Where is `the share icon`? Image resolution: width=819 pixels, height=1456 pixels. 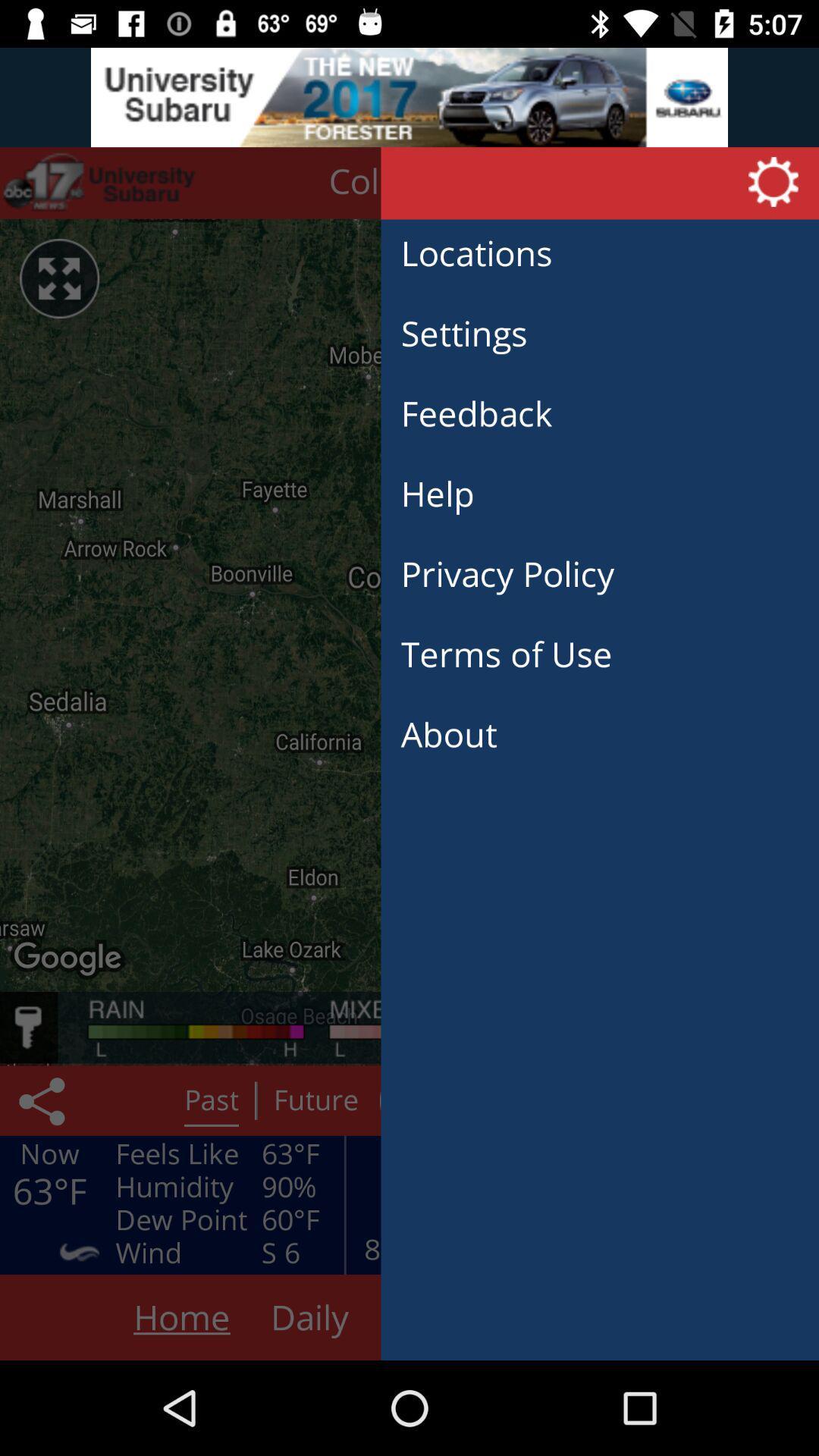
the share icon is located at coordinates (44, 1100).